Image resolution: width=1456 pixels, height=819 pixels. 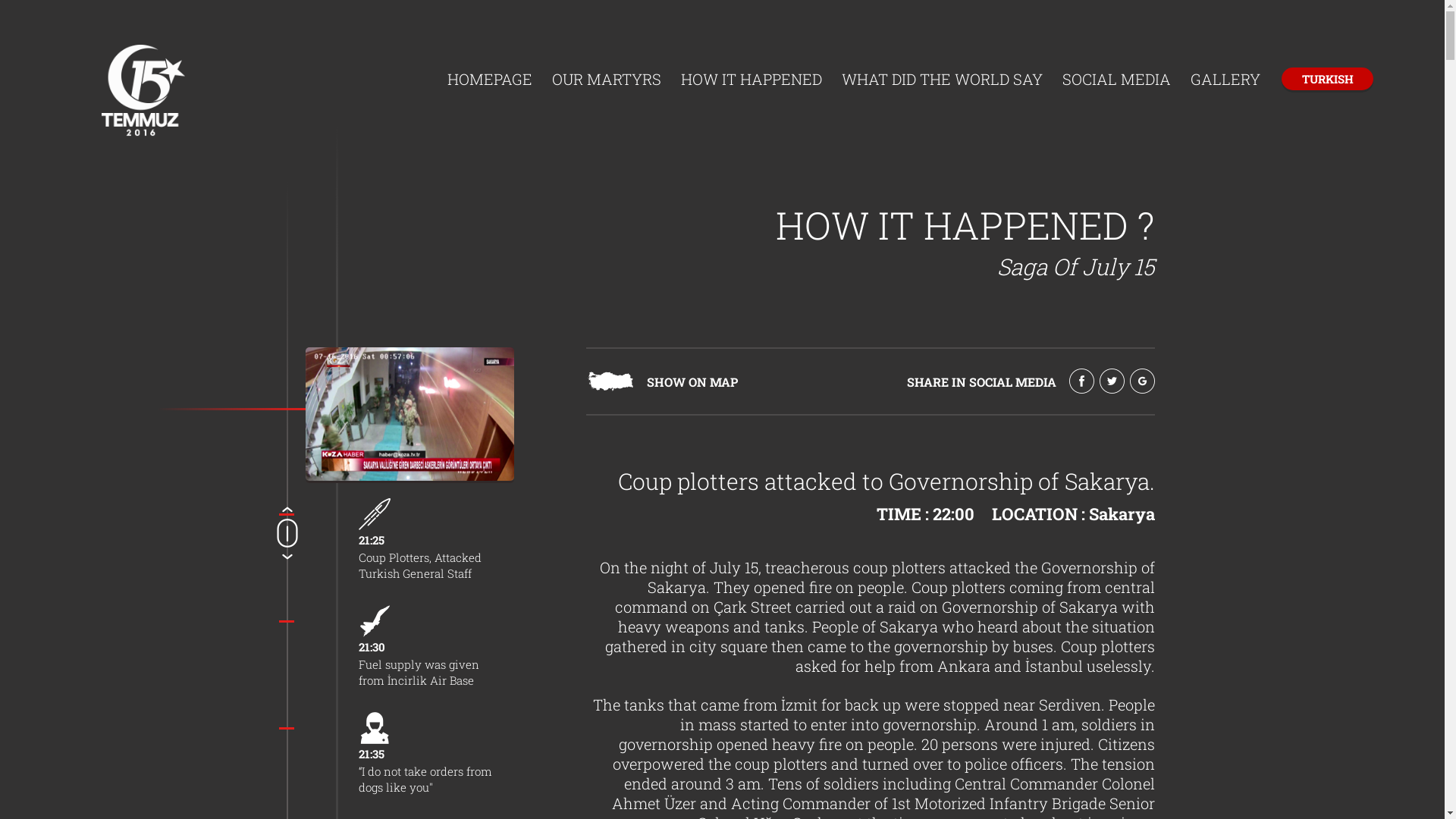 What do you see at coordinates (490, 80) in the screenshot?
I see `'HOMEPAGE'` at bounding box center [490, 80].